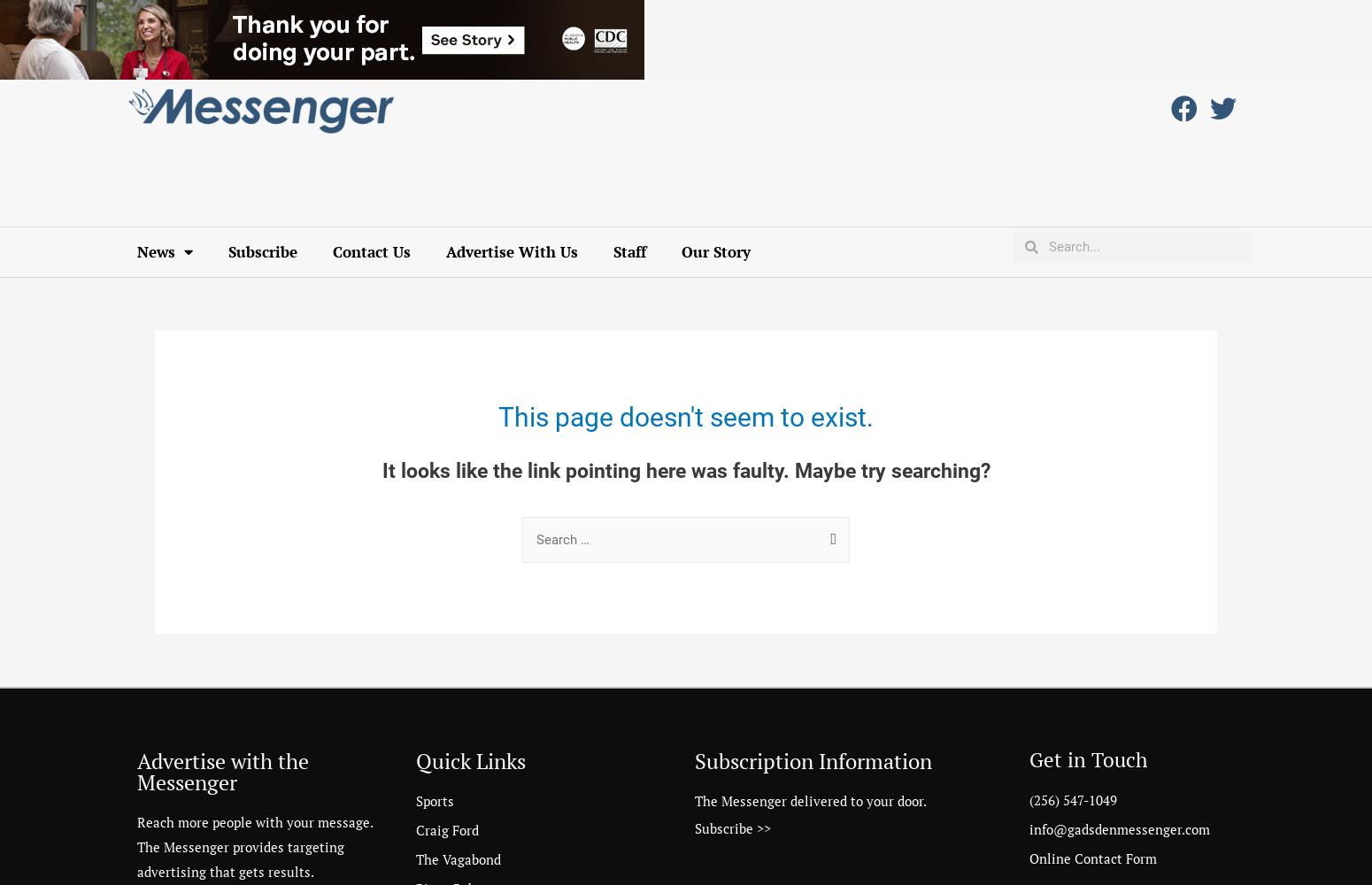 This screenshot has height=885, width=1372. What do you see at coordinates (694, 801) in the screenshot?
I see `'The Messenger delivered to your door.'` at bounding box center [694, 801].